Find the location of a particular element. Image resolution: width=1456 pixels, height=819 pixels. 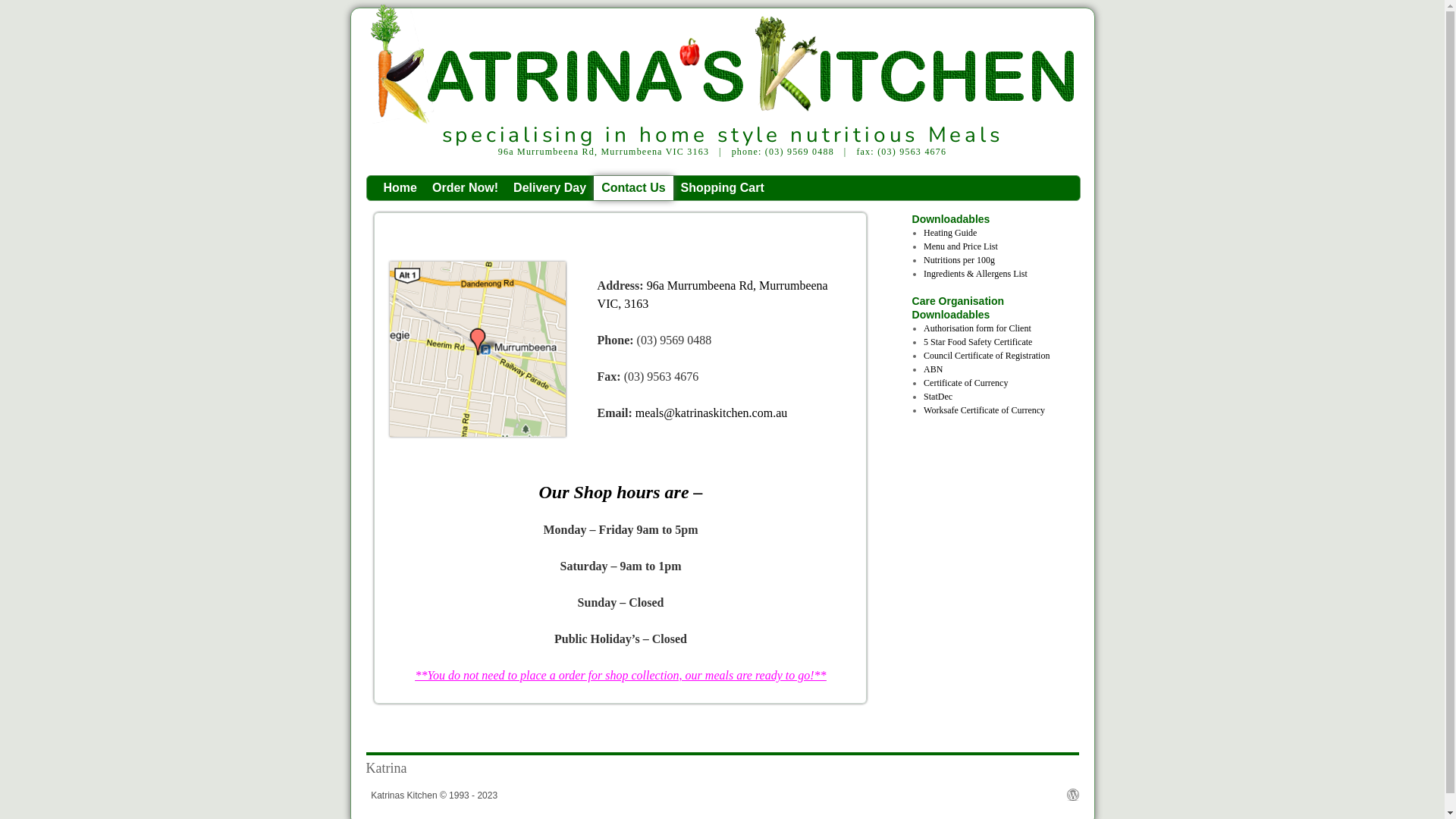

'Nutritions per 100g' is located at coordinates (923, 259).